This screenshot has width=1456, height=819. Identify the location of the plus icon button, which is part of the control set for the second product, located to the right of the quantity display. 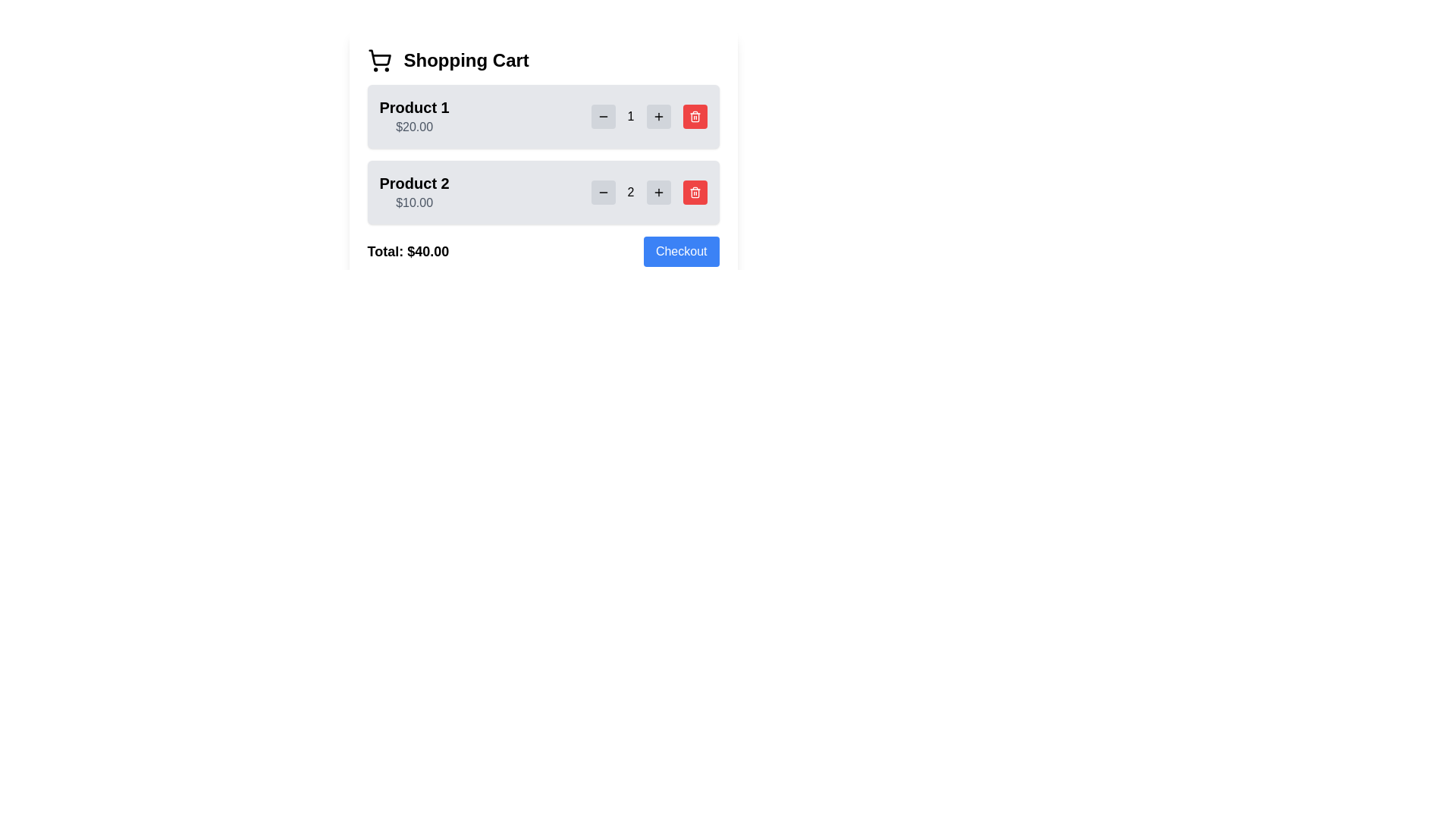
(658, 192).